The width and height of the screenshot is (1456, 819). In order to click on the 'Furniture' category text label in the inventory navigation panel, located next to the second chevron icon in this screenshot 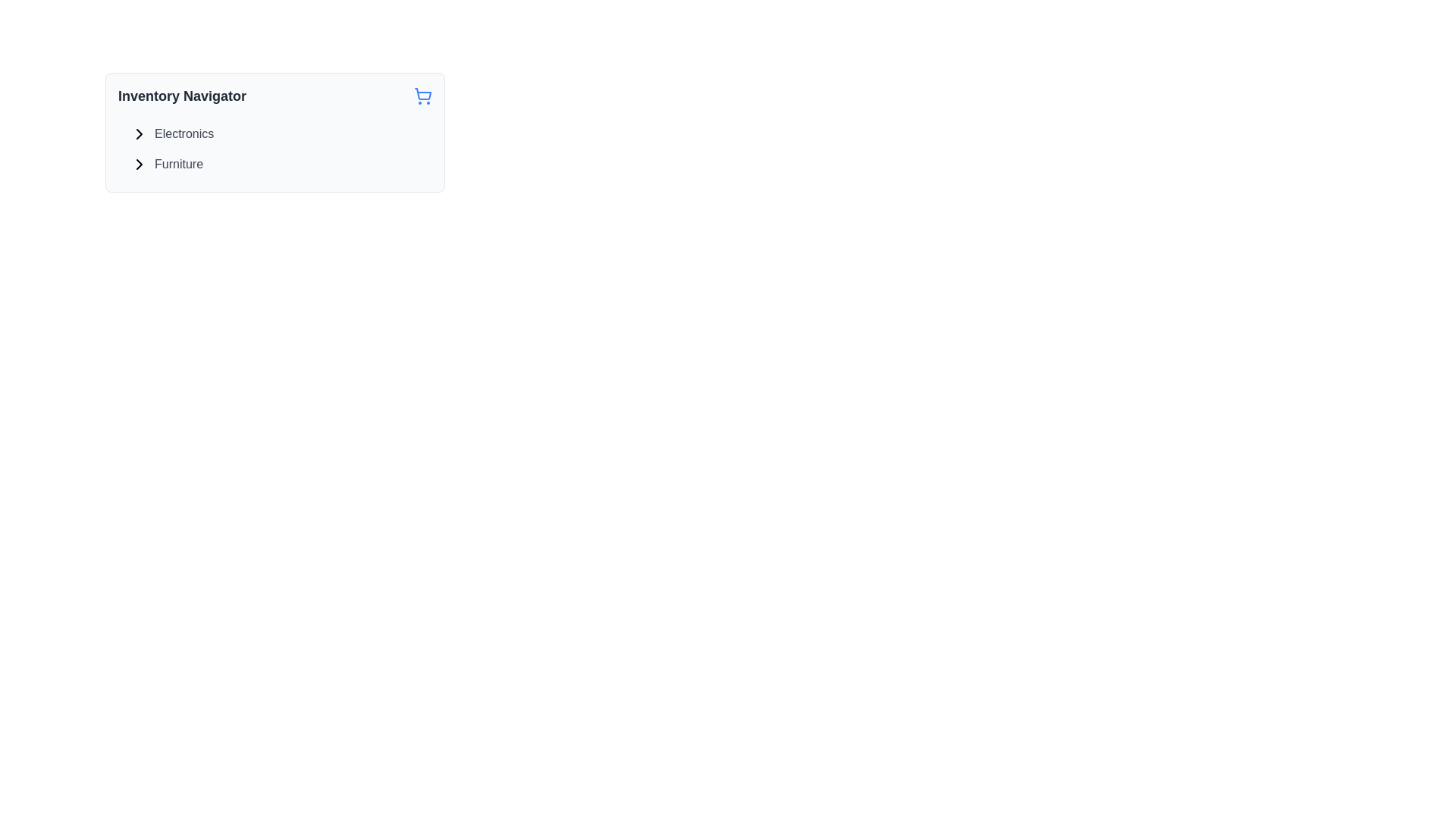, I will do `click(178, 164)`.